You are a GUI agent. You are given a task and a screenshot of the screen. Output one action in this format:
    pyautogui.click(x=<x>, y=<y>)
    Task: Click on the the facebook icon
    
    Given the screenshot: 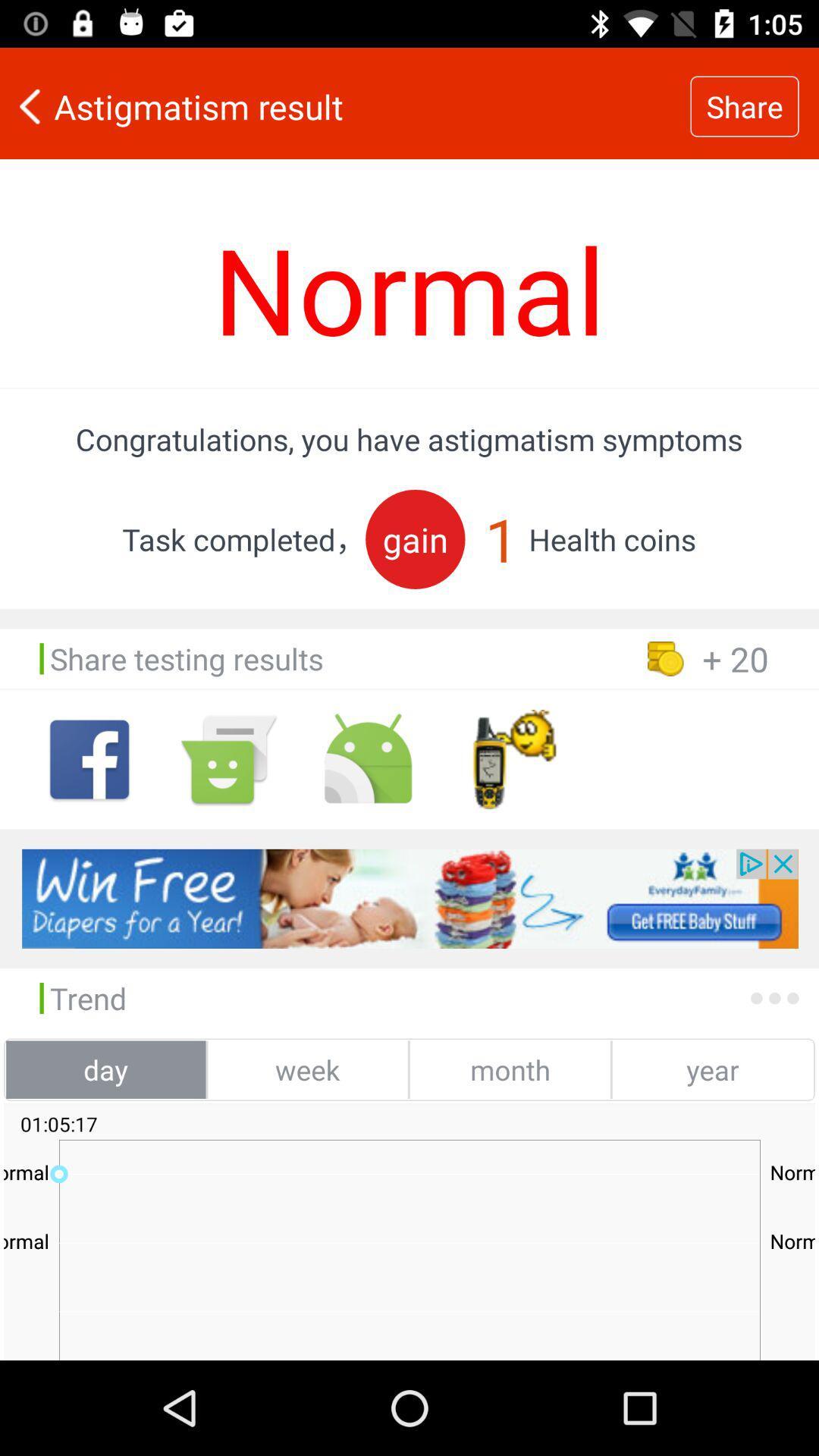 What is the action you would take?
    pyautogui.click(x=89, y=759)
    